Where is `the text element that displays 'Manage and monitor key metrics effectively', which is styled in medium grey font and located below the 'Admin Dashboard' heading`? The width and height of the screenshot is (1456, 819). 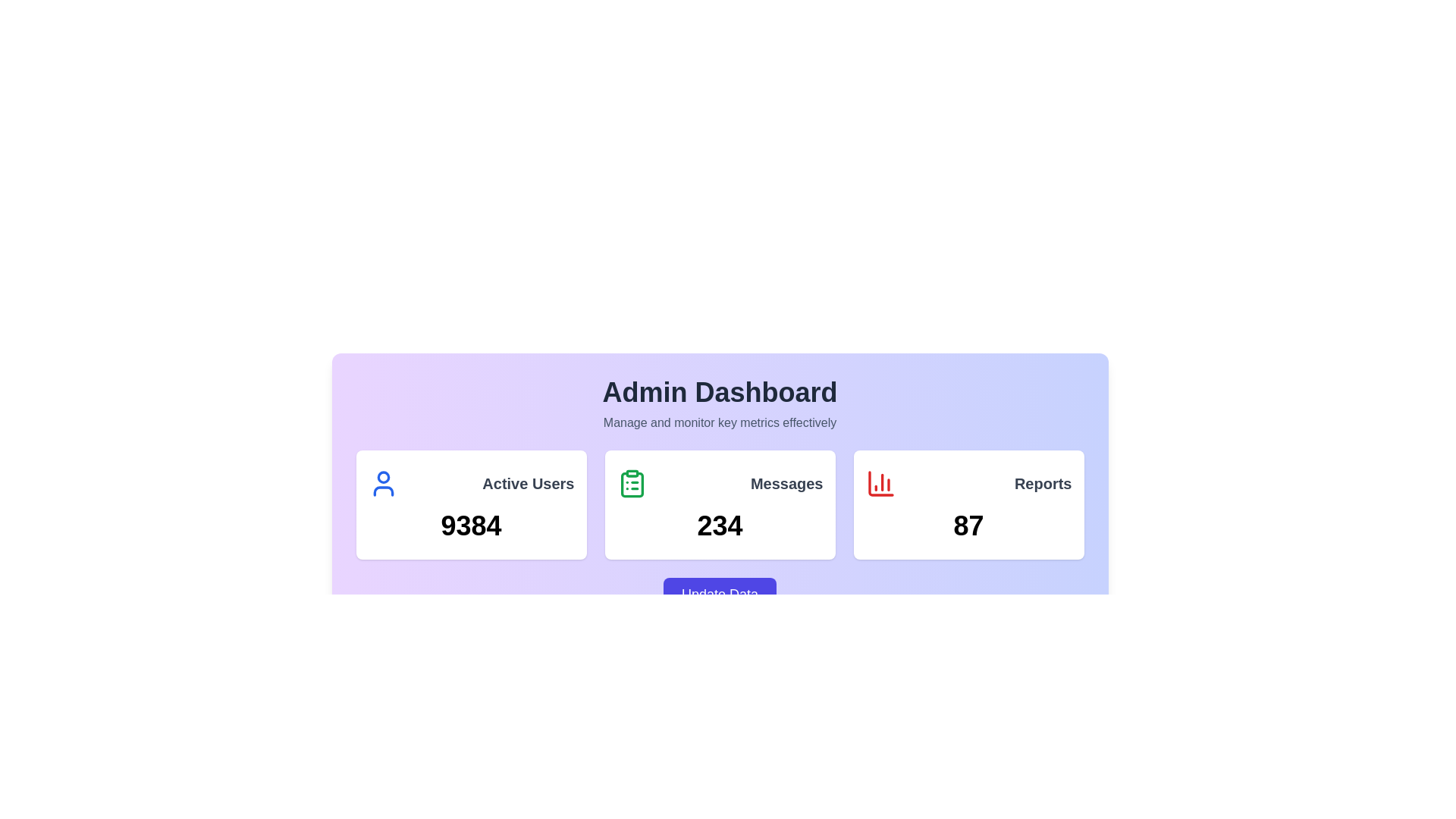 the text element that displays 'Manage and monitor key metrics effectively', which is styled in medium grey font and located below the 'Admin Dashboard' heading is located at coordinates (719, 423).